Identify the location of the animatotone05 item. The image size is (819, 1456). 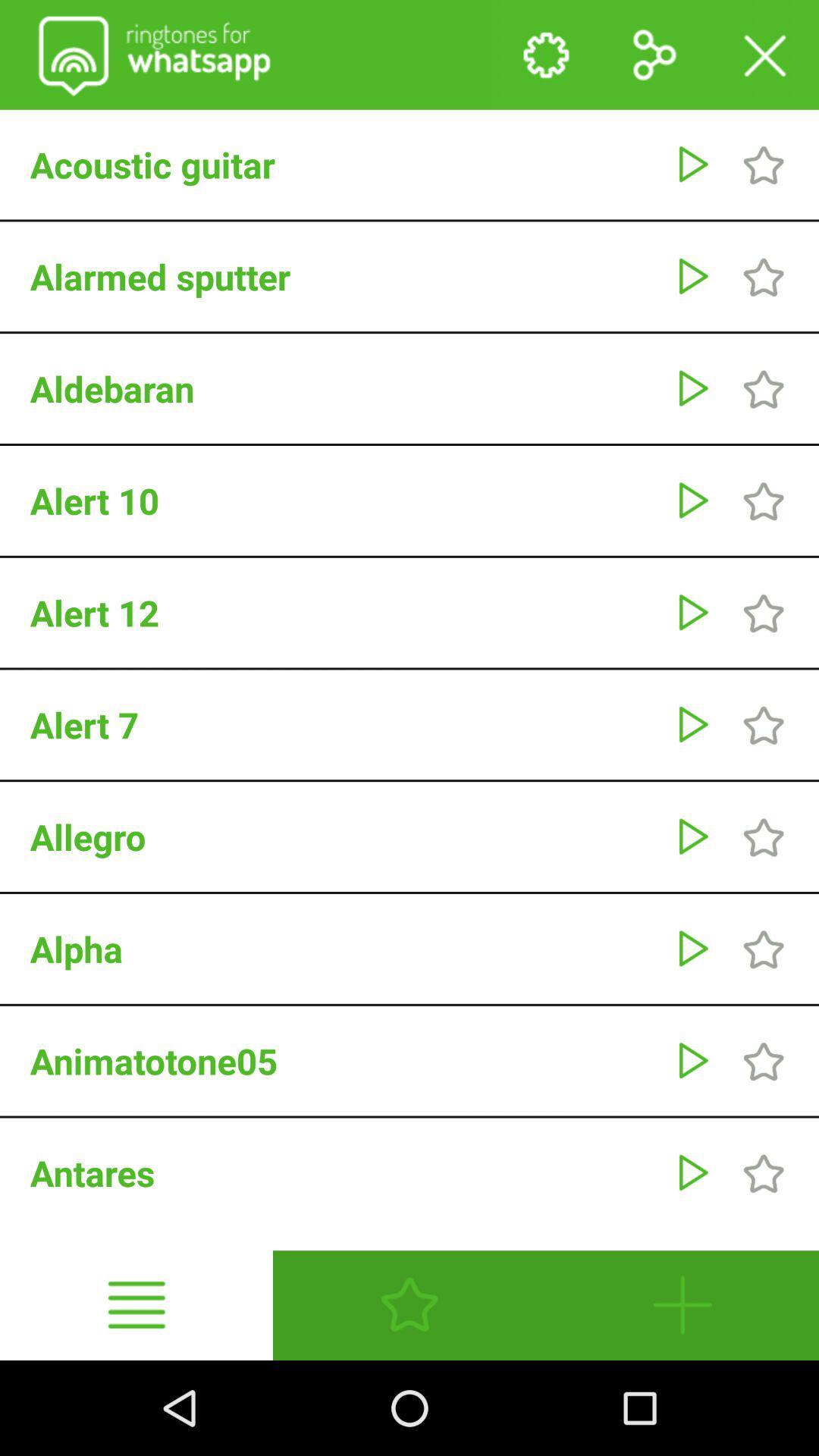
(344, 1060).